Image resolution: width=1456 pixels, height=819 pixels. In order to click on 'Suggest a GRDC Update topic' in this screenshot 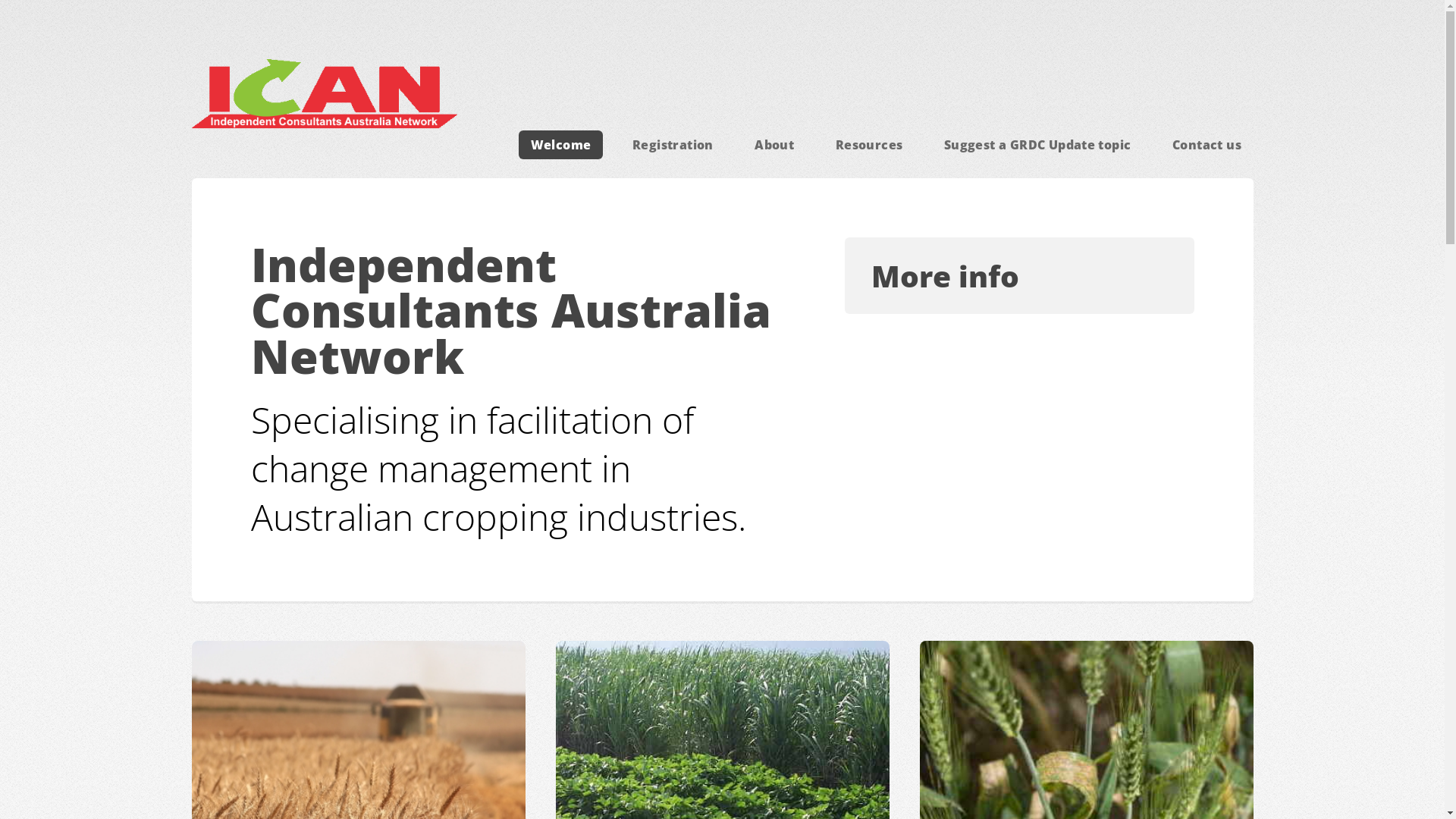, I will do `click(1037, 145)`.